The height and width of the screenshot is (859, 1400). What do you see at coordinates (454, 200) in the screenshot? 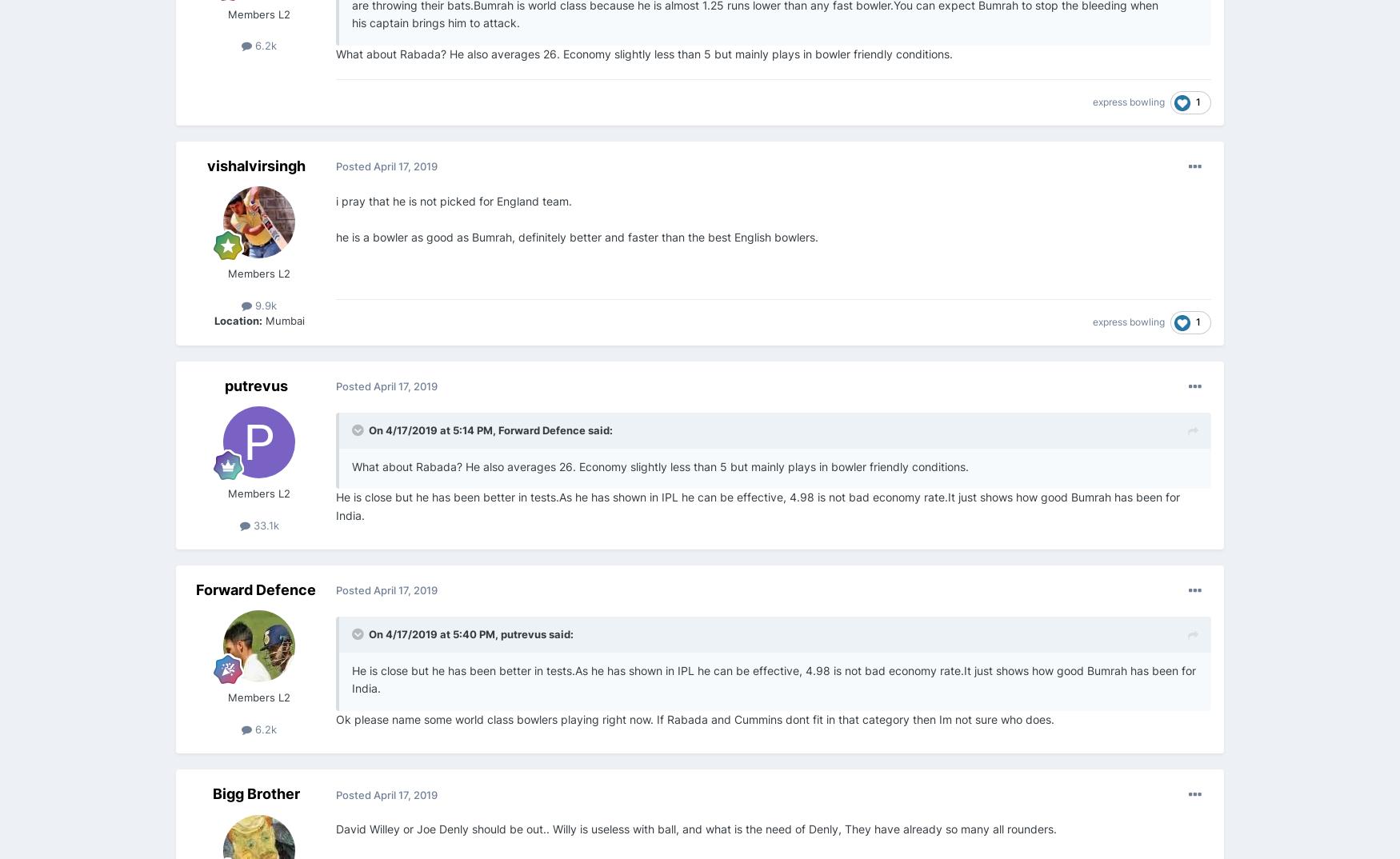
I see `'i pray that he is not picked for England team.'` at bounding box center [454, 200].